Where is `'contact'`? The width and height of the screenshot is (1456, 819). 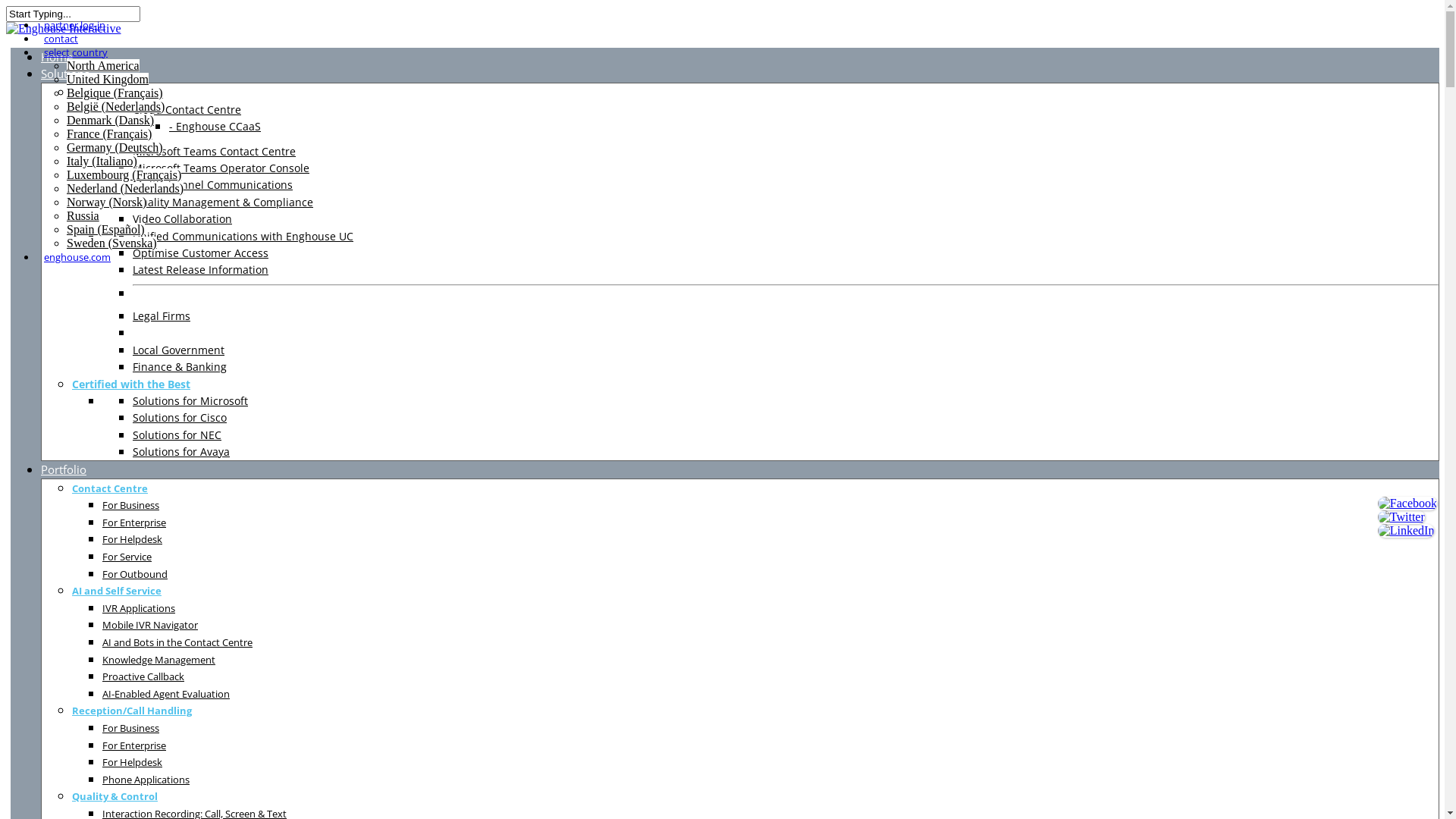 'contact' is located at coordinates (61, 37).